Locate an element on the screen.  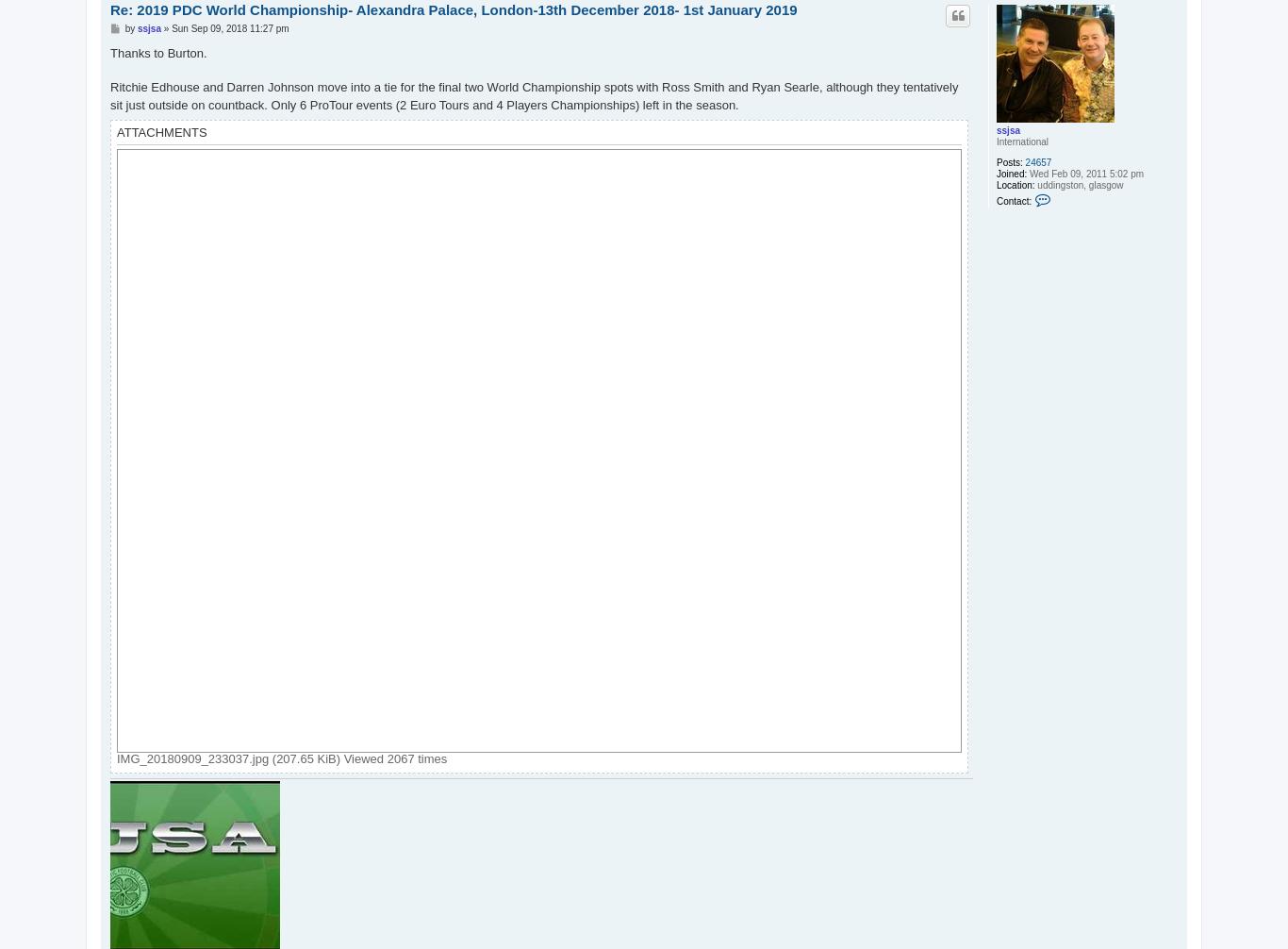
'IMG_20180909_233037.jpg (207.65 KiB) Viewed 2067 times' is located at coordinates (282, 757).